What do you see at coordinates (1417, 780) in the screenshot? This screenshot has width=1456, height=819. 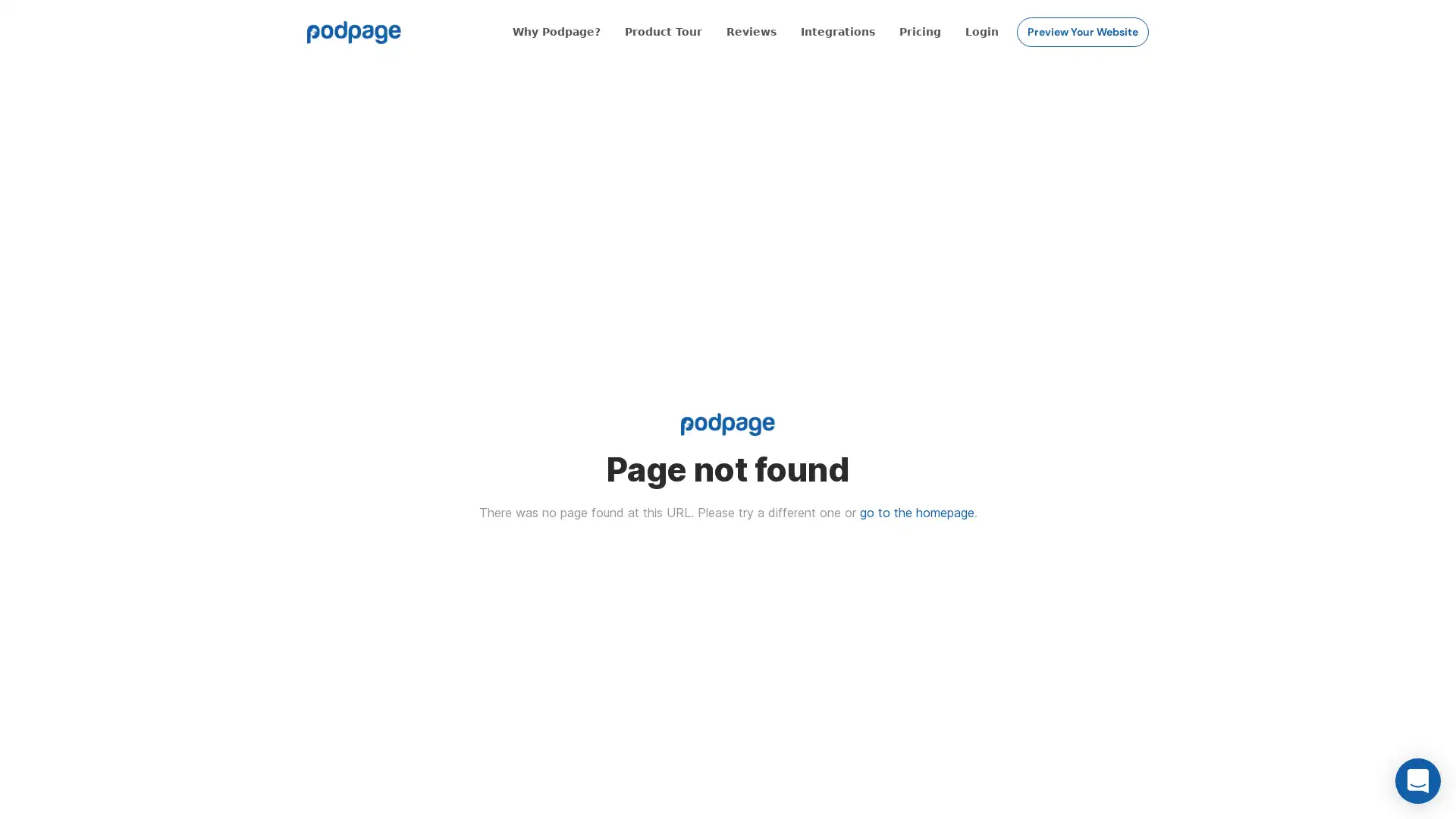 I see `Open Intercom Messenger` at bounding box center [1417, 780].